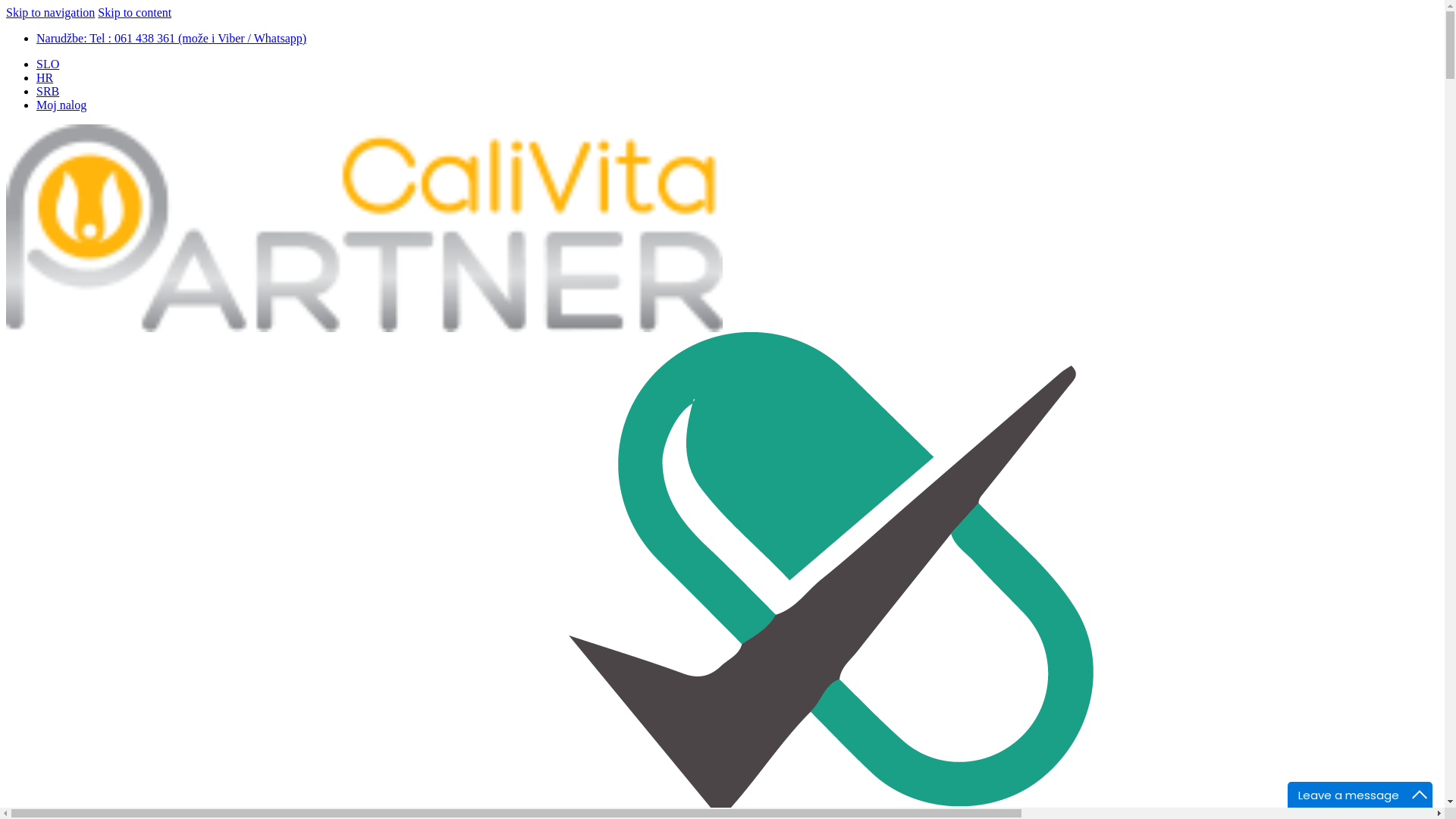 The width and height of the screenshot is (1456, 819). What do you see at coordinates (50, 12) in the screenshot?
I see `'Skip to navigation'` at bounding box center [50, 12].